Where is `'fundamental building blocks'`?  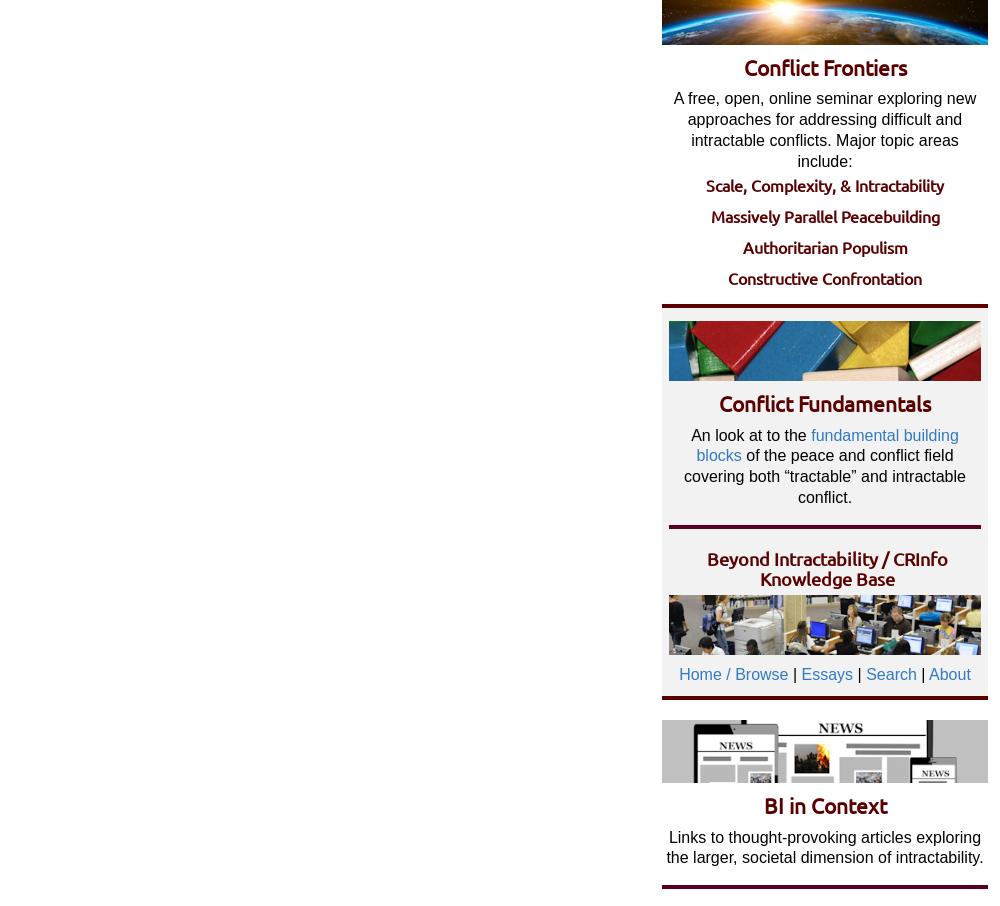 'fundamental building blocks' is located at coordinates (826, 445).